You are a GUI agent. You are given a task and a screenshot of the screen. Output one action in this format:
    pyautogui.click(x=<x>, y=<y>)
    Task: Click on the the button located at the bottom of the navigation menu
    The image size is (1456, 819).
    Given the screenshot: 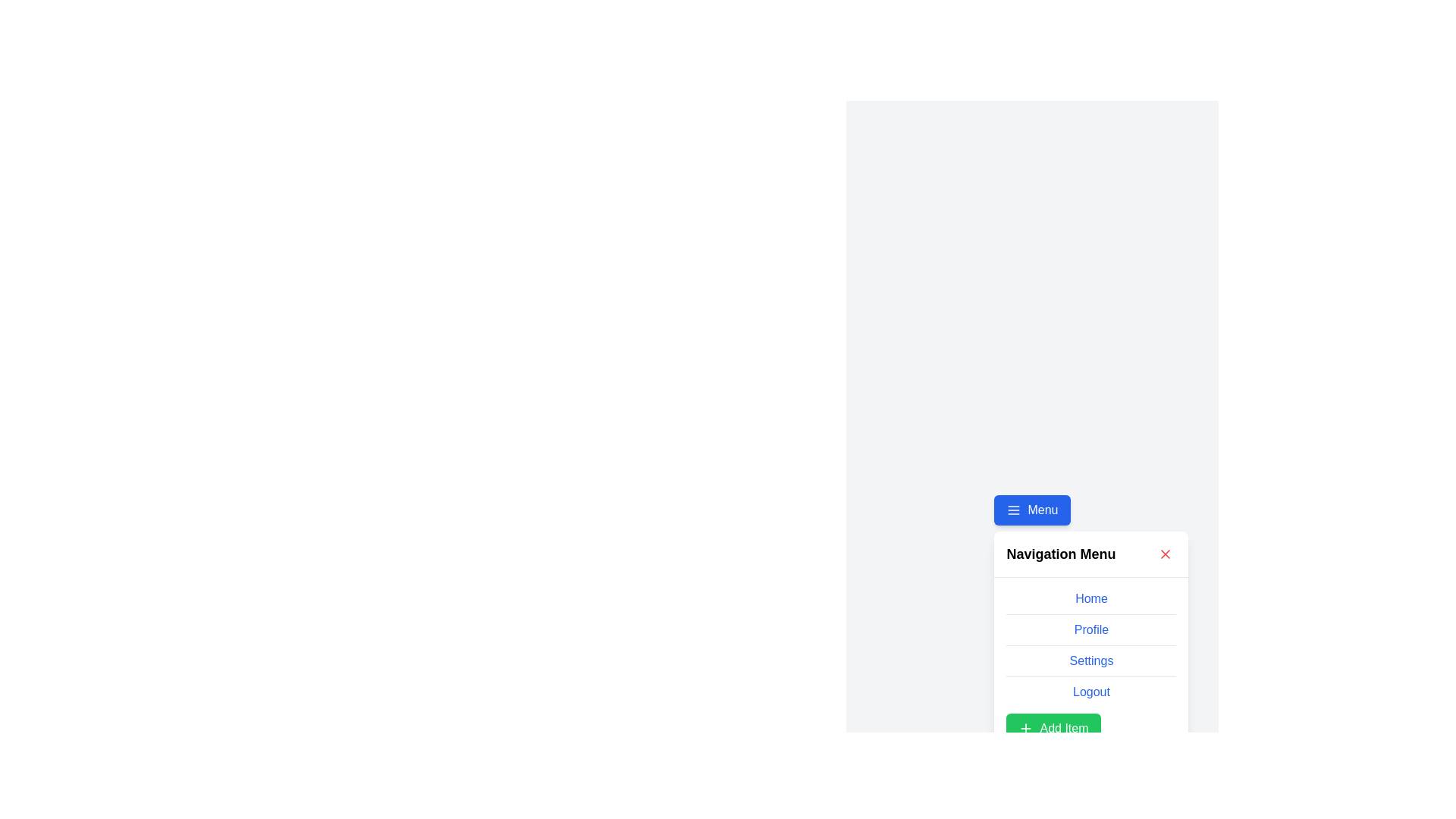 What is the action you would take?
    pyautogui.click(x=1053, y=727)
    